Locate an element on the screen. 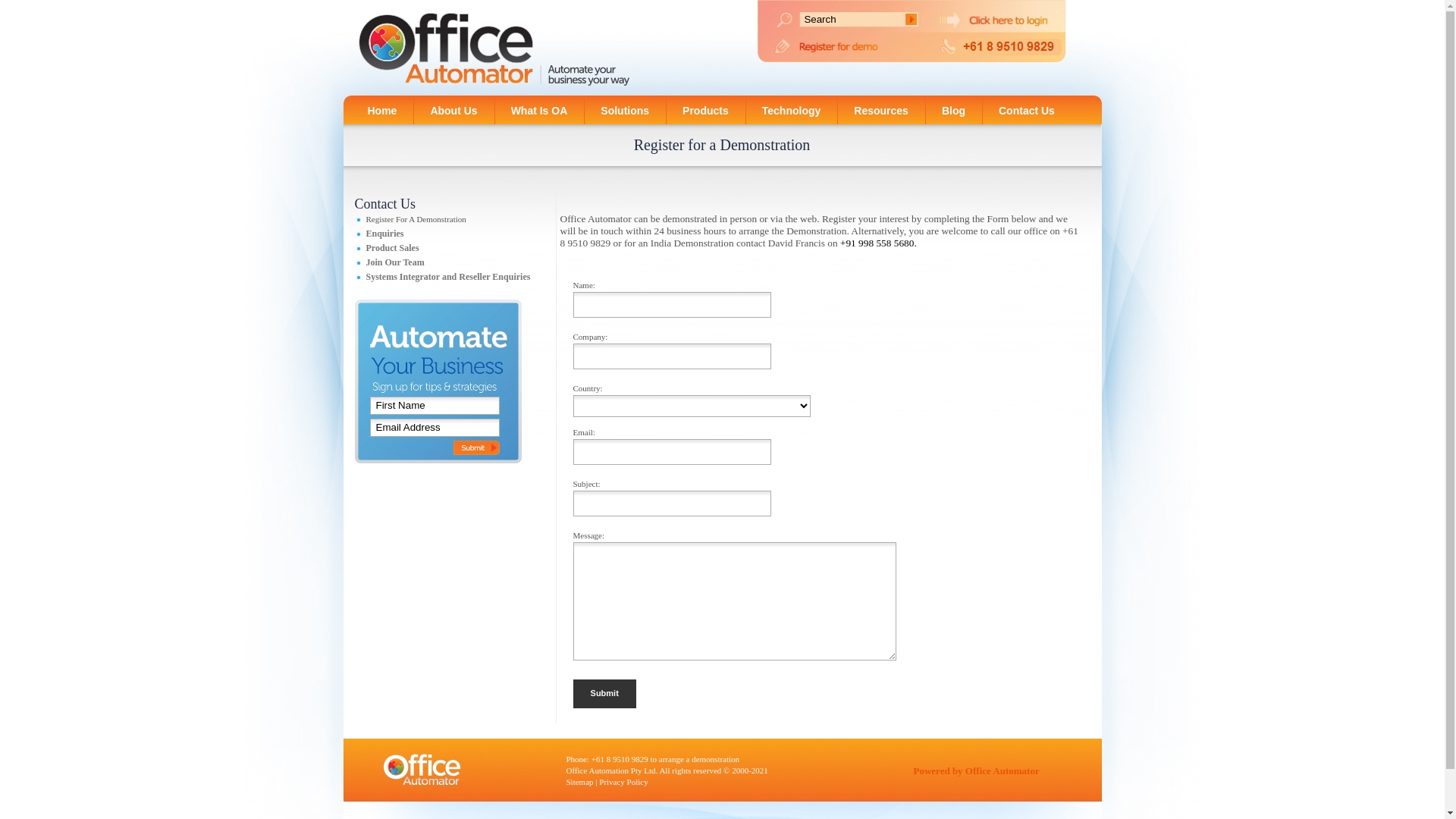 The width and height of the screenshot is (1456, 819). 'Resources' is located at coordinates (880, 108).